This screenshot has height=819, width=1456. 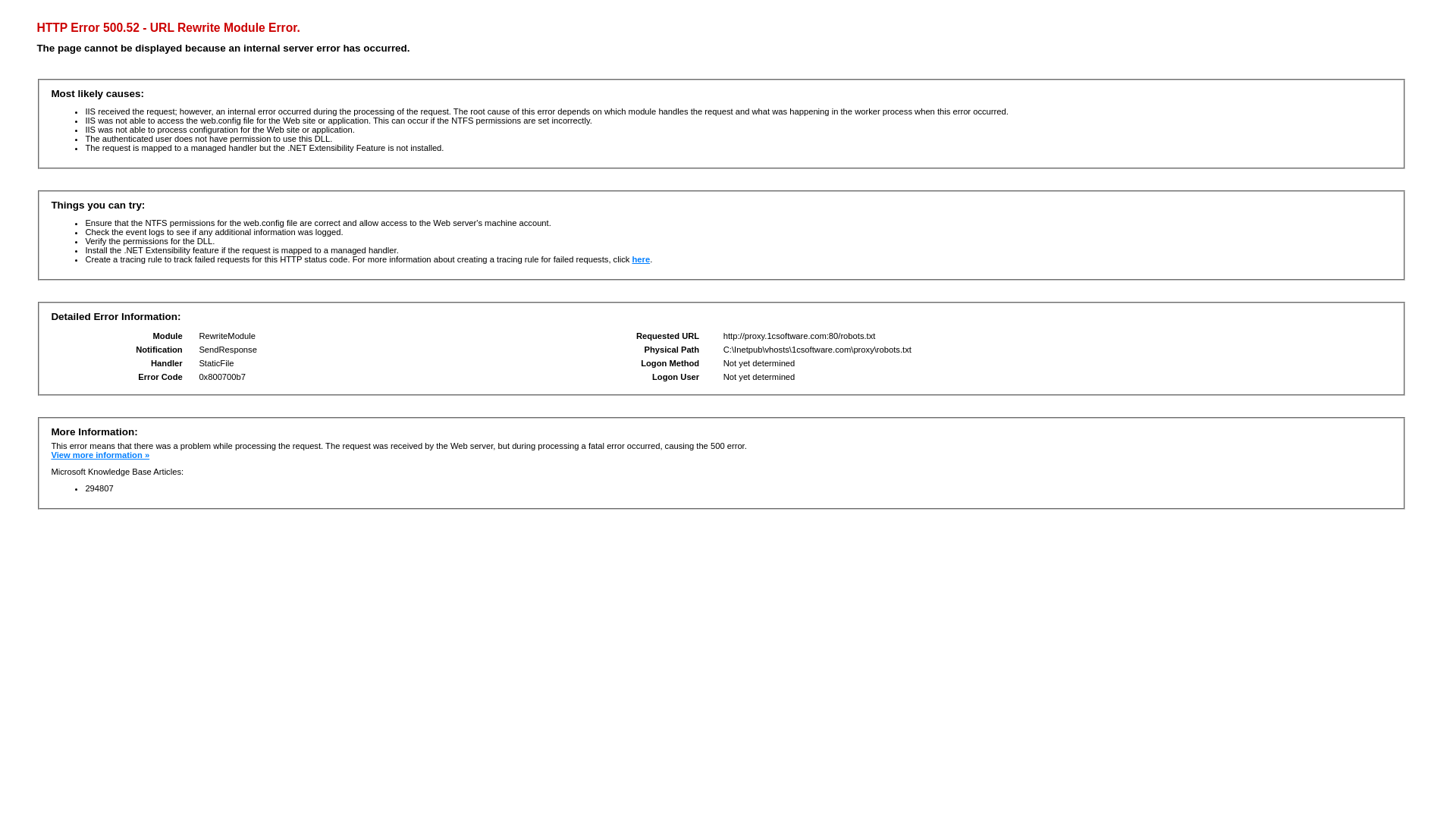 I want to click on 'here', so click(x=640, y=259).